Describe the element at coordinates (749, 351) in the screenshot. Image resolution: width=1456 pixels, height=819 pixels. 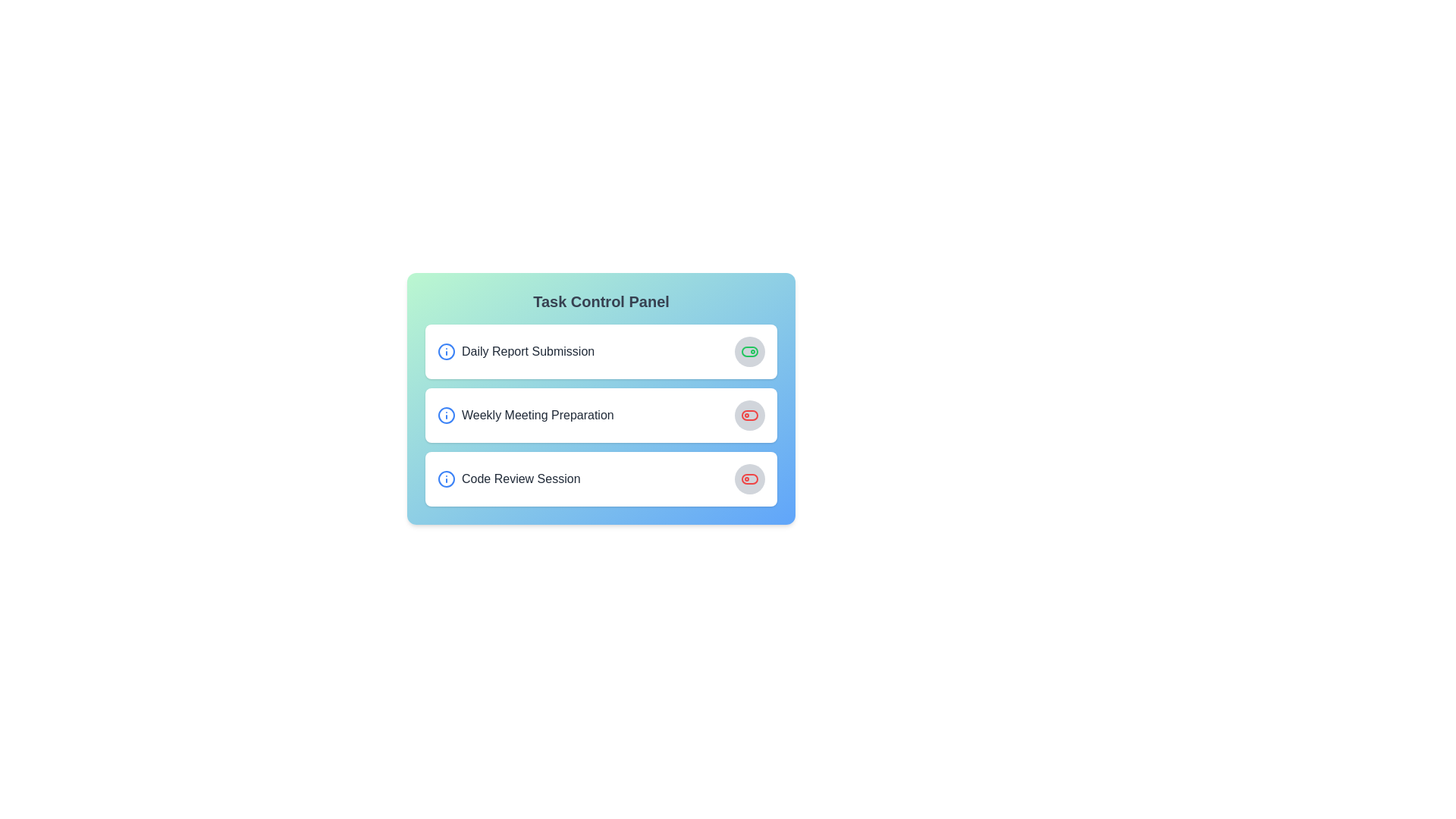
I see `the first toggle switch in the 'Task Control Panel'` at that location.